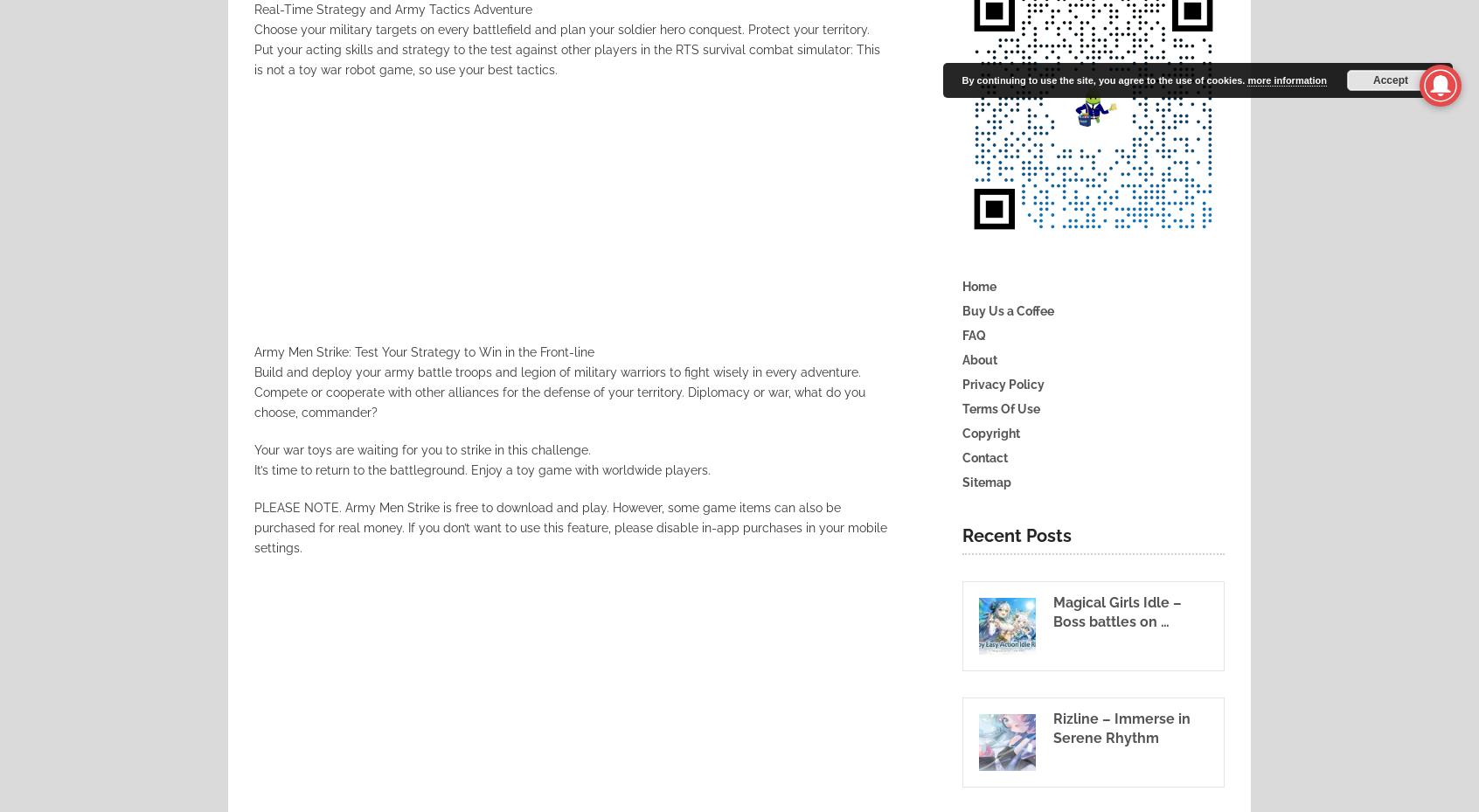 The width and height of the screenshot is (1479, 812). What do you see at coordinates (1000, 409) in the screenshot?
I see `'Terms Of Use'` at bounding box center [1000, 409].